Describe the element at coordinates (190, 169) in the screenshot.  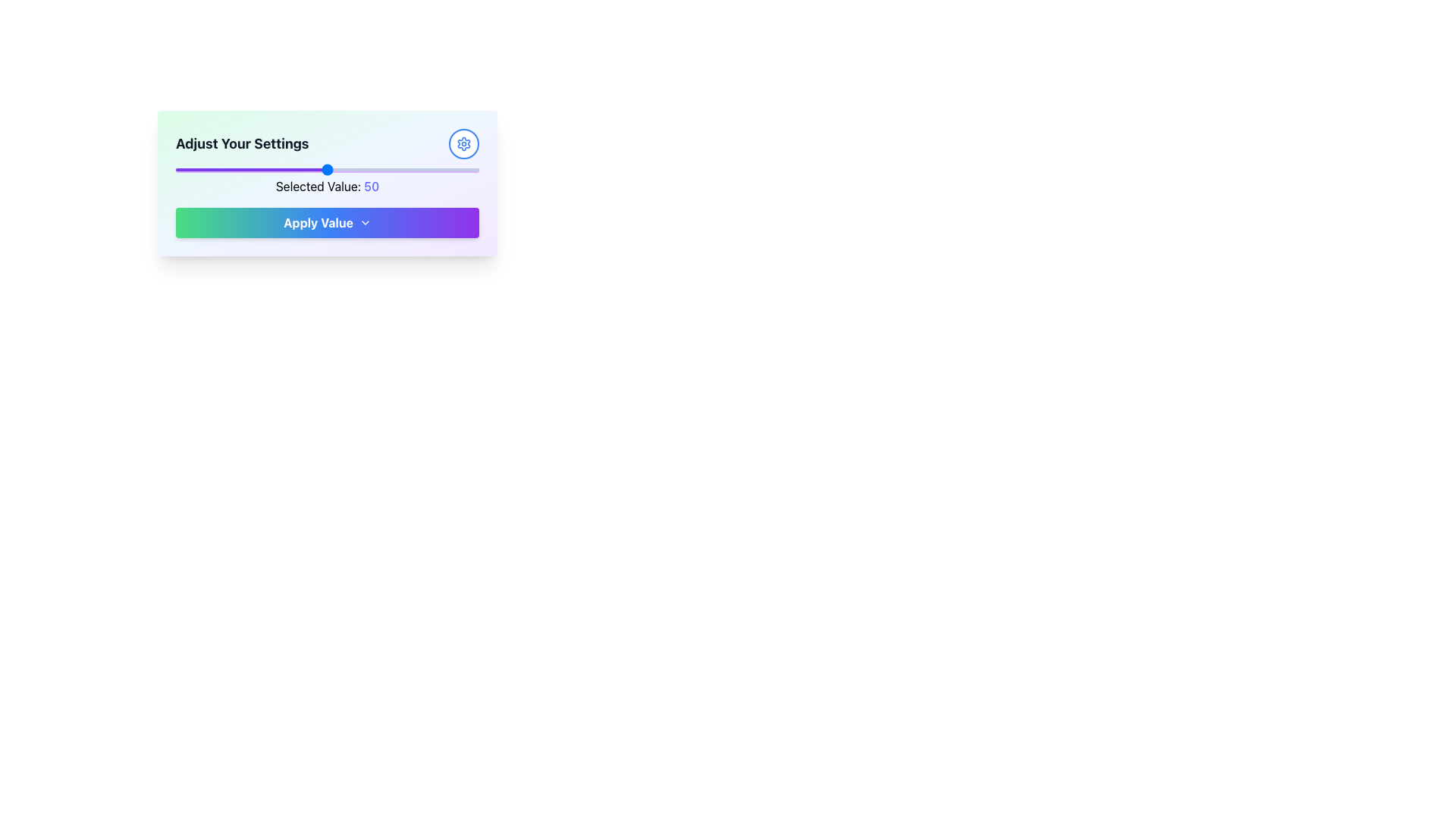
I see `the slider` at that location.